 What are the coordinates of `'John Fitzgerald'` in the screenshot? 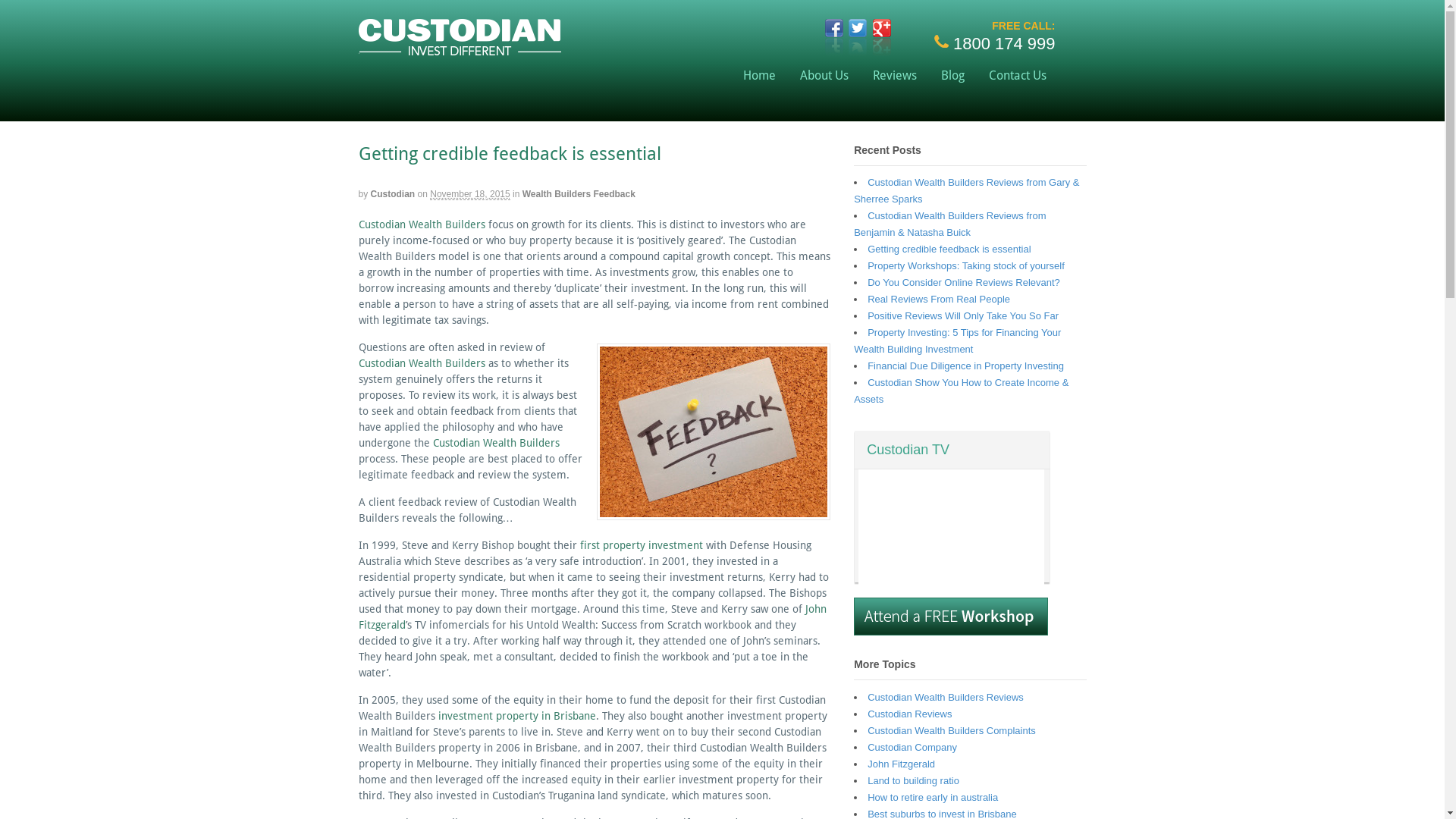 It's located at (356, 617).